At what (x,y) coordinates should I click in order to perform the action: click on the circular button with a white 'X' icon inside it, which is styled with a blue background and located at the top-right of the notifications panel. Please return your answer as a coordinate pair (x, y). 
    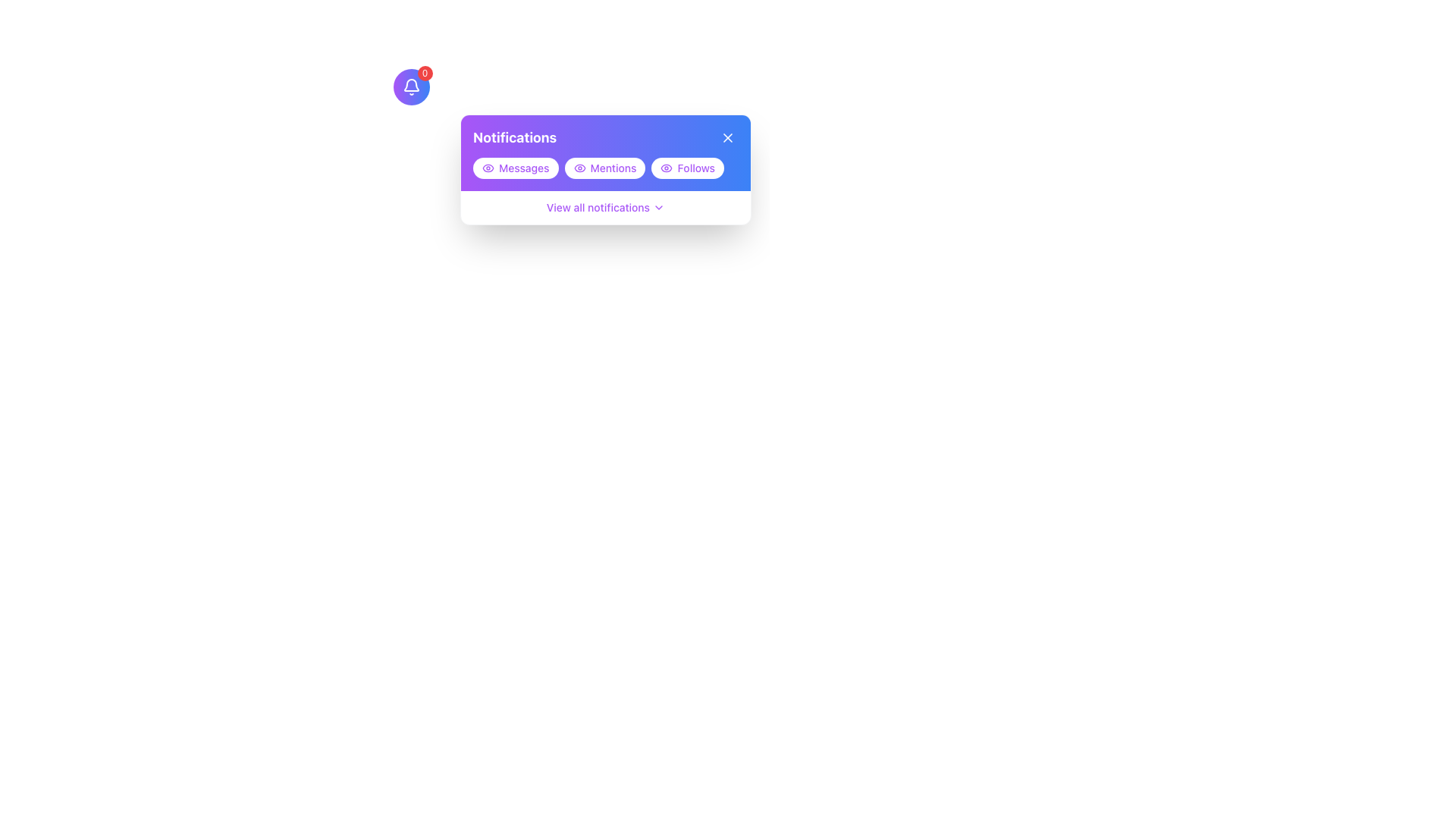
    Looking at the image, I should click on (728, 137).